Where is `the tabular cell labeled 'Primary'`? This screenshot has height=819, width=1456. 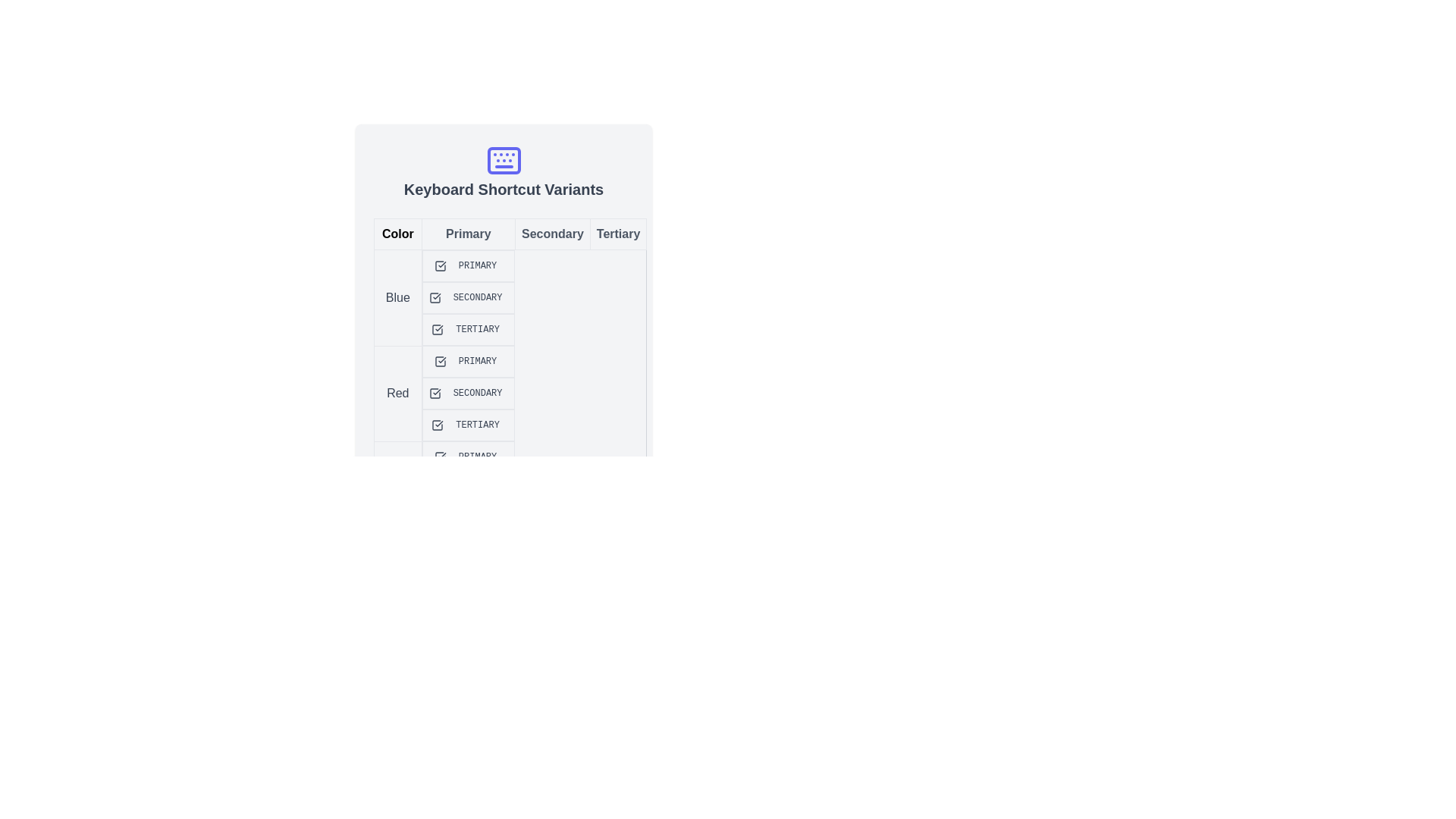 the tabular cell labeled 'Primary' is located at coordinates (468, 456).